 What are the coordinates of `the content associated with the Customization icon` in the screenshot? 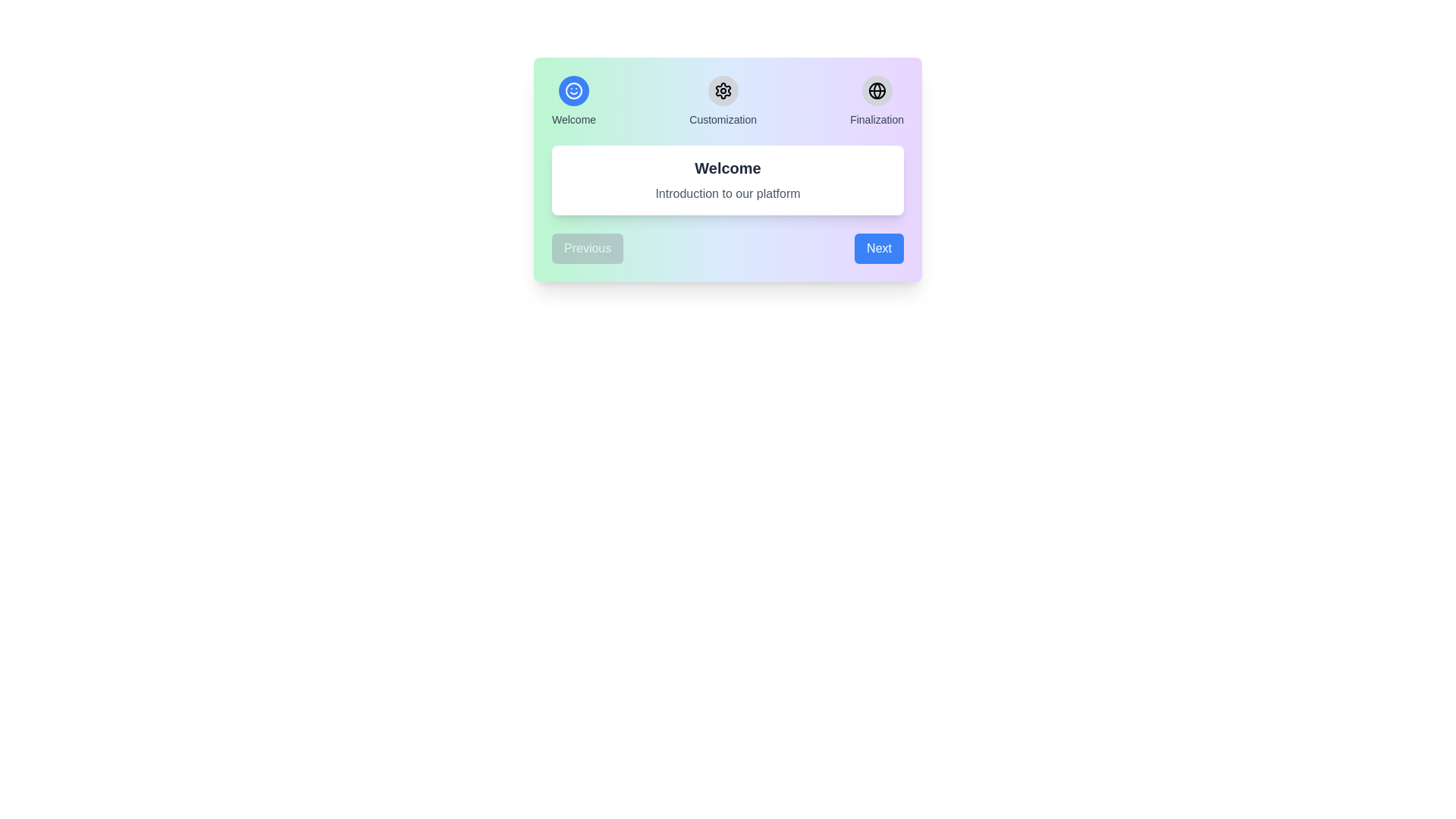 It's located at (722, 90).